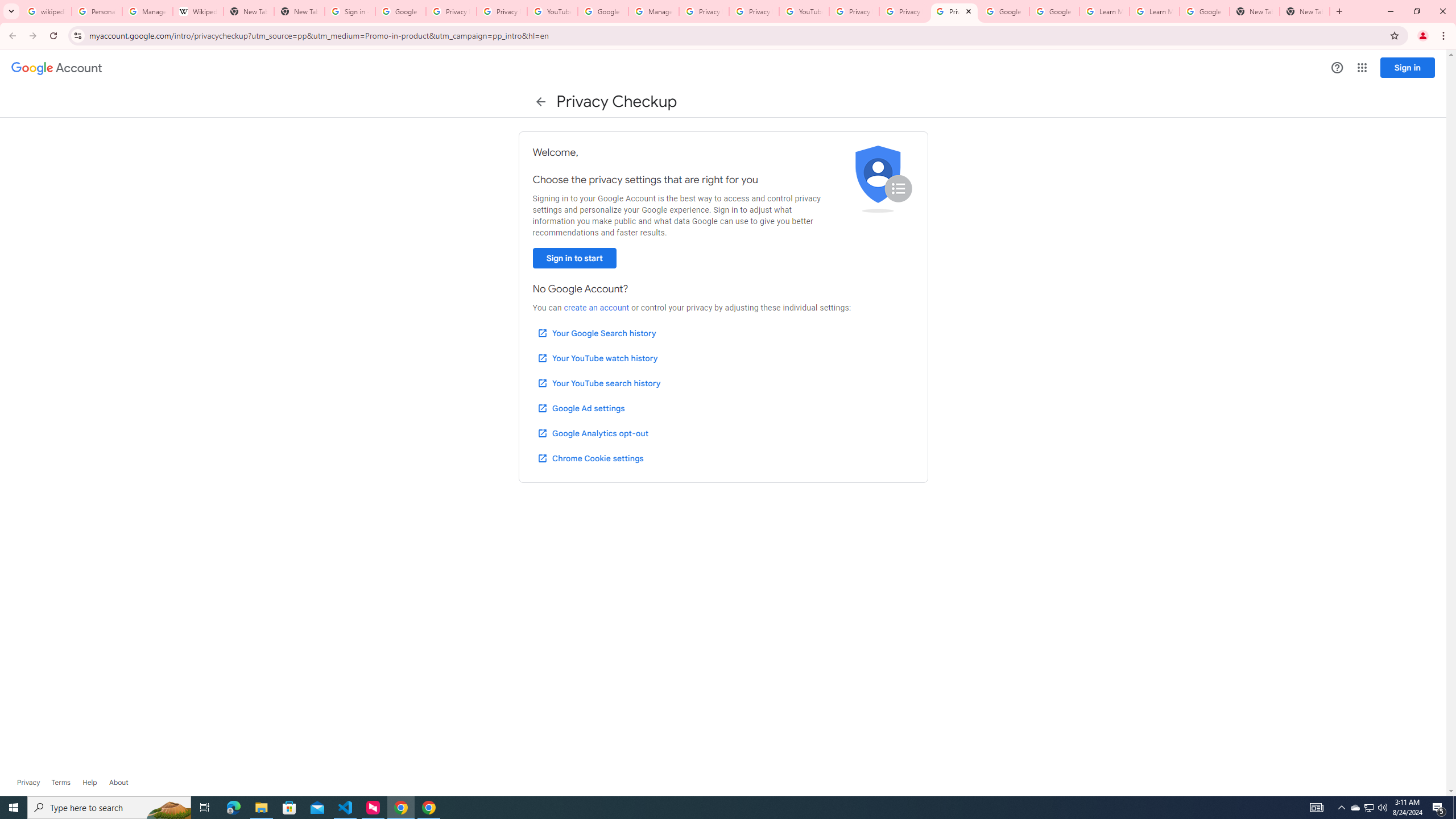  I want to click on 'Personalization & Google Search results - Google Search Help', so click(97, 11).